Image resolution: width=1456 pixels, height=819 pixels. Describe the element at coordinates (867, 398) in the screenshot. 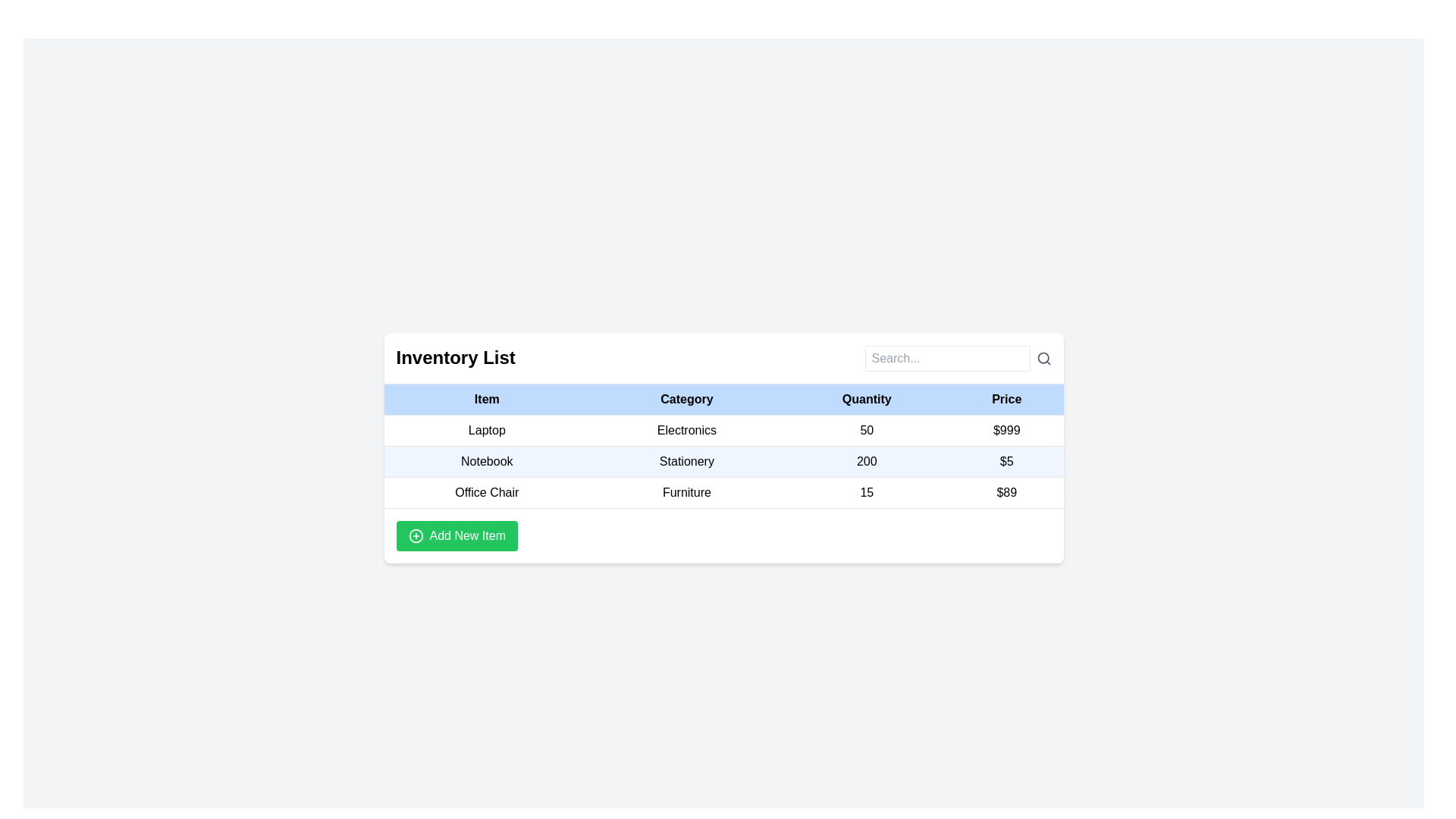

I see `the 'Quantity' header label in the table, which is the third header between 'Category' and 'Price.'` at that location.